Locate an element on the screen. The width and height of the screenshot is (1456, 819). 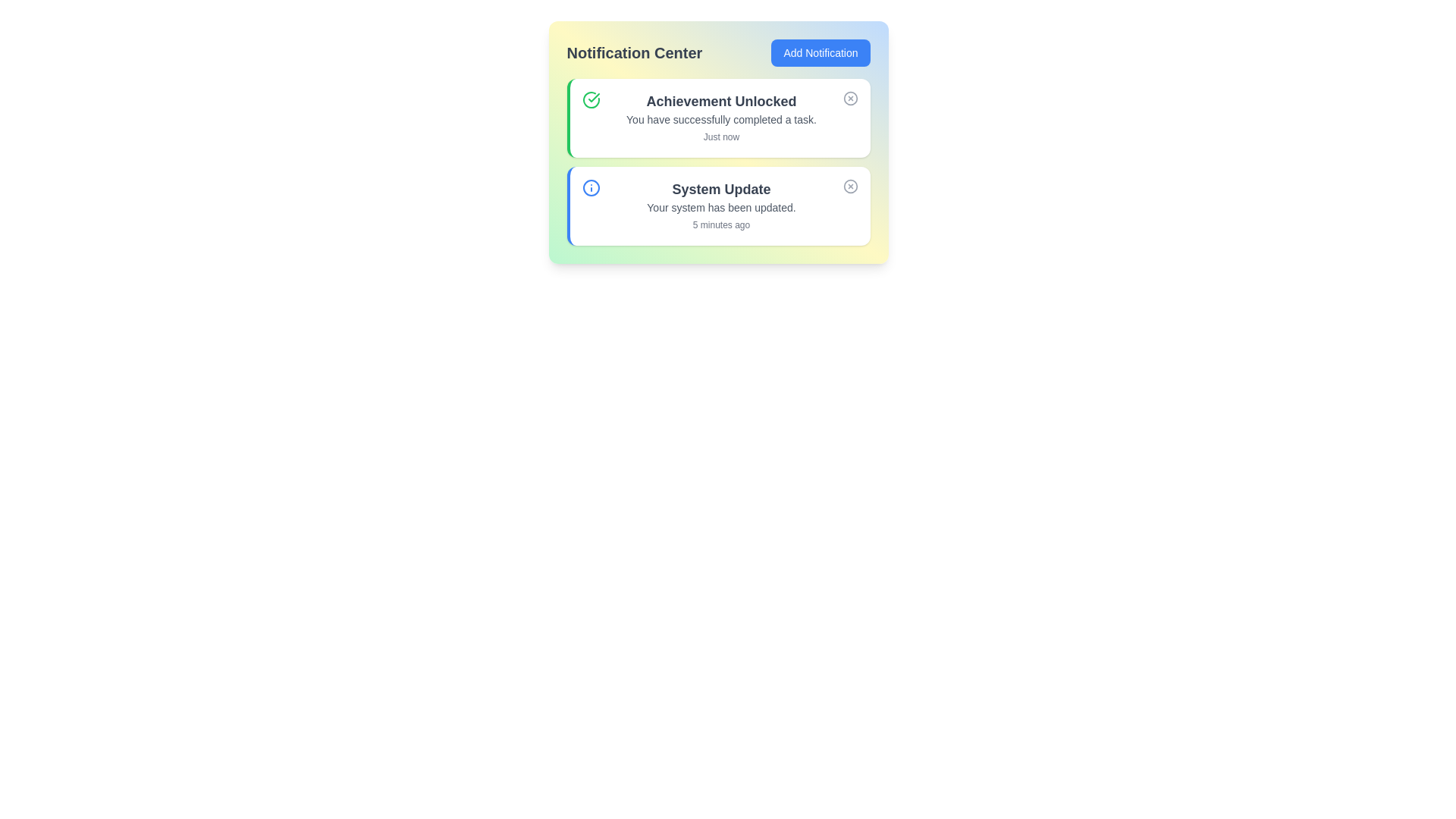
the displayed text 'Just now' located at the bottom-right of the notification card titled 'Achievement Unlocked' is located at coordinates (720, 137).